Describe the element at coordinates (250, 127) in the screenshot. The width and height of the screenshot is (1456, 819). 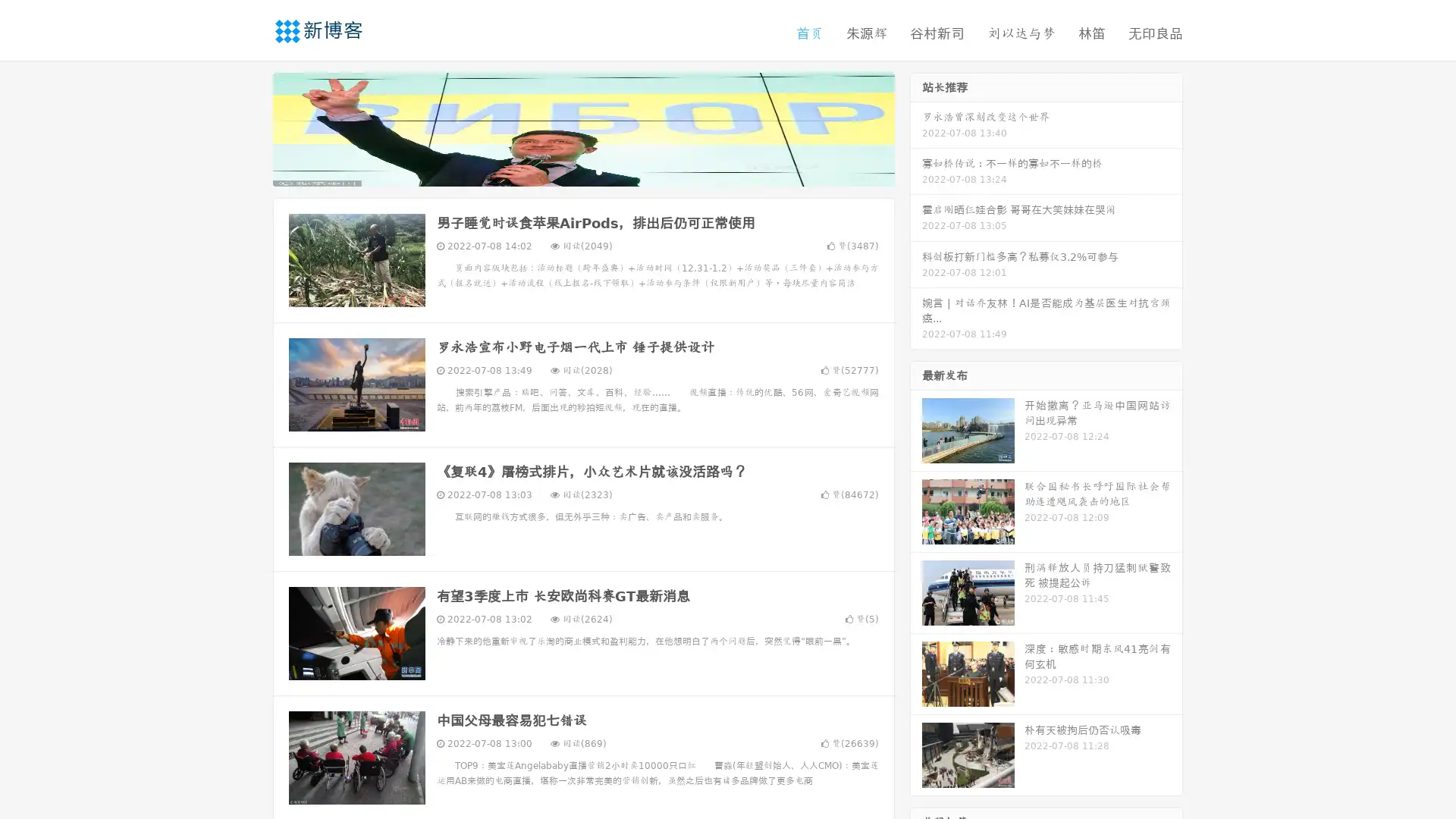
I see `Previous slide` at that location.